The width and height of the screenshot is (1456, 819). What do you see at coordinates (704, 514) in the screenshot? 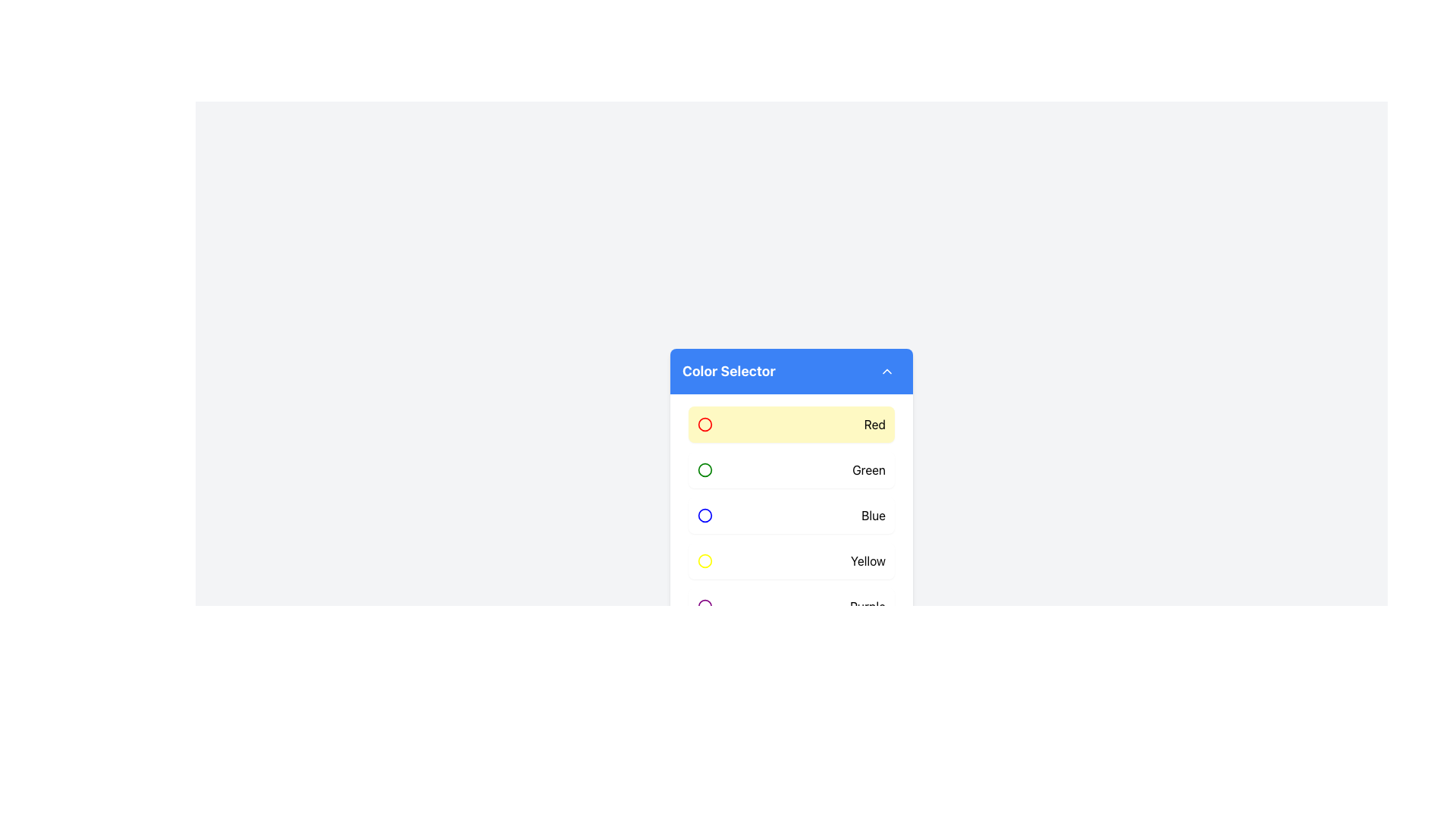
I see `the circular shape used as a selectable option in the color-selection menu labeled 'Blue'` at bounding box center [704, 514].